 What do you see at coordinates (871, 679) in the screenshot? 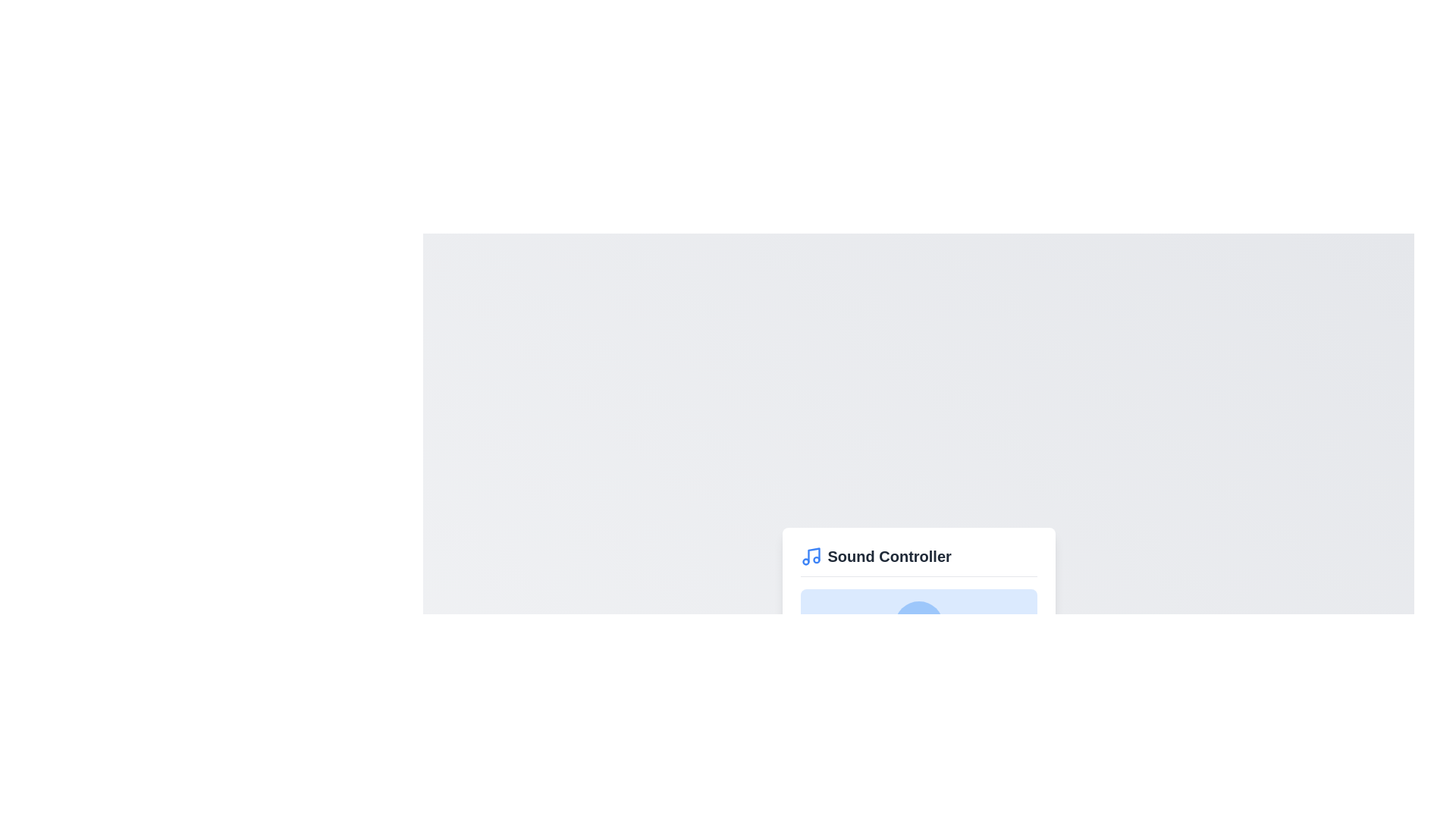
I see `the volume slider to 30% to observe the change in the volume indicator` at bounding box center [871, 679].